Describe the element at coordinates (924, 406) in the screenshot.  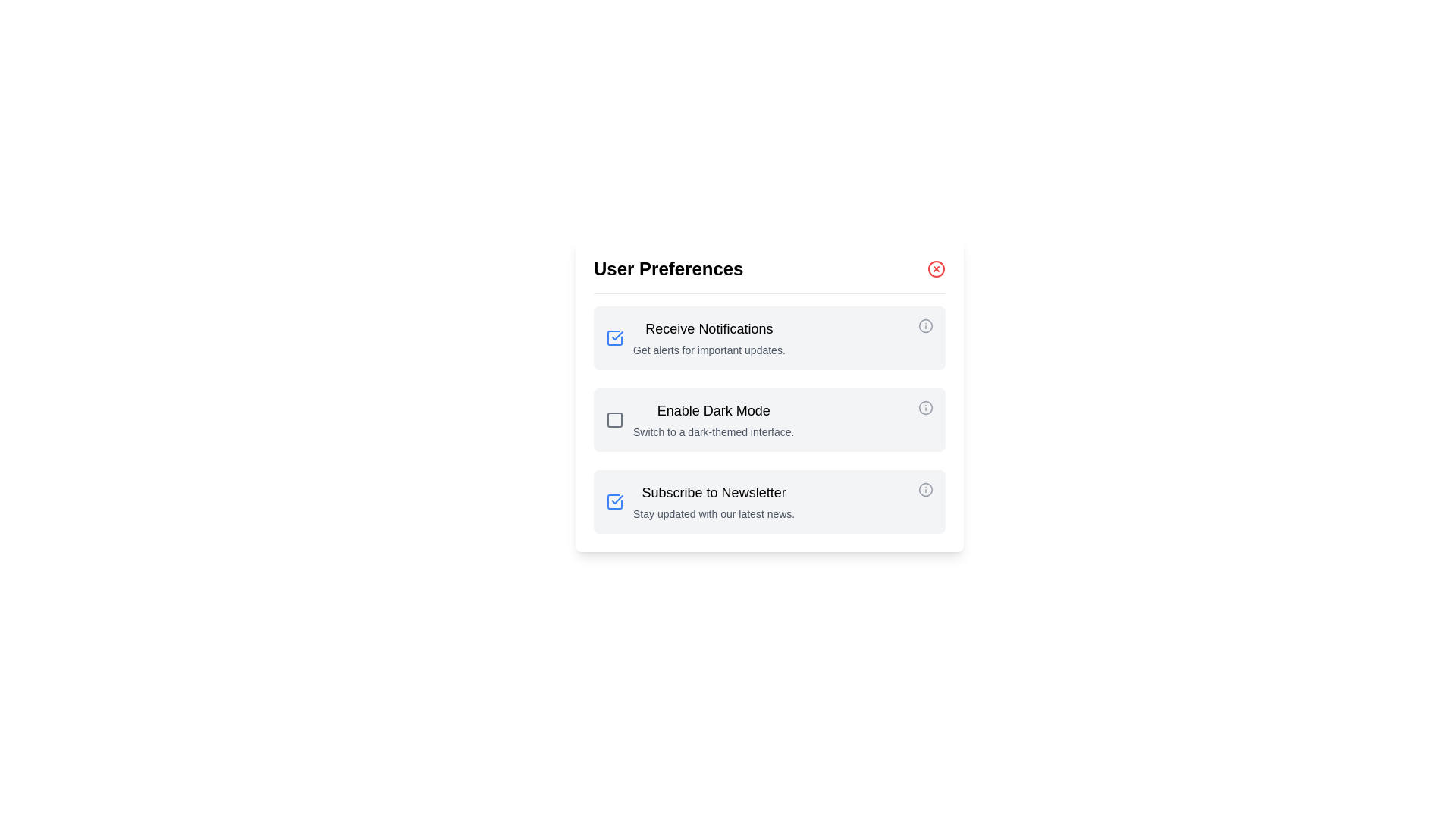
I see `the Circle icon, which is a circular shape with a simple outline located near the bottom-right corner of the second preference option, adjacent to the square icon with a cross inside` at that location.